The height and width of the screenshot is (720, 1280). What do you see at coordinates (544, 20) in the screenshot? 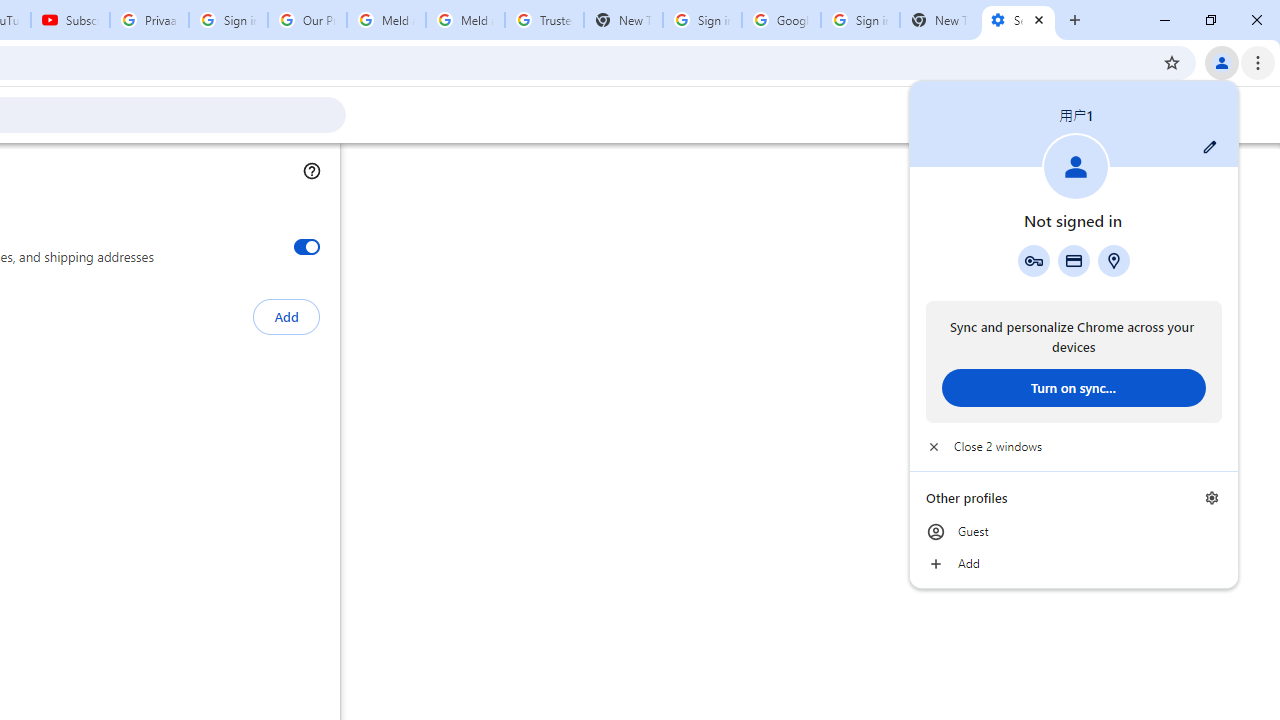
I see `'Trusted Information and Content - Google Safety Center'` at bounding box center [544, 20].